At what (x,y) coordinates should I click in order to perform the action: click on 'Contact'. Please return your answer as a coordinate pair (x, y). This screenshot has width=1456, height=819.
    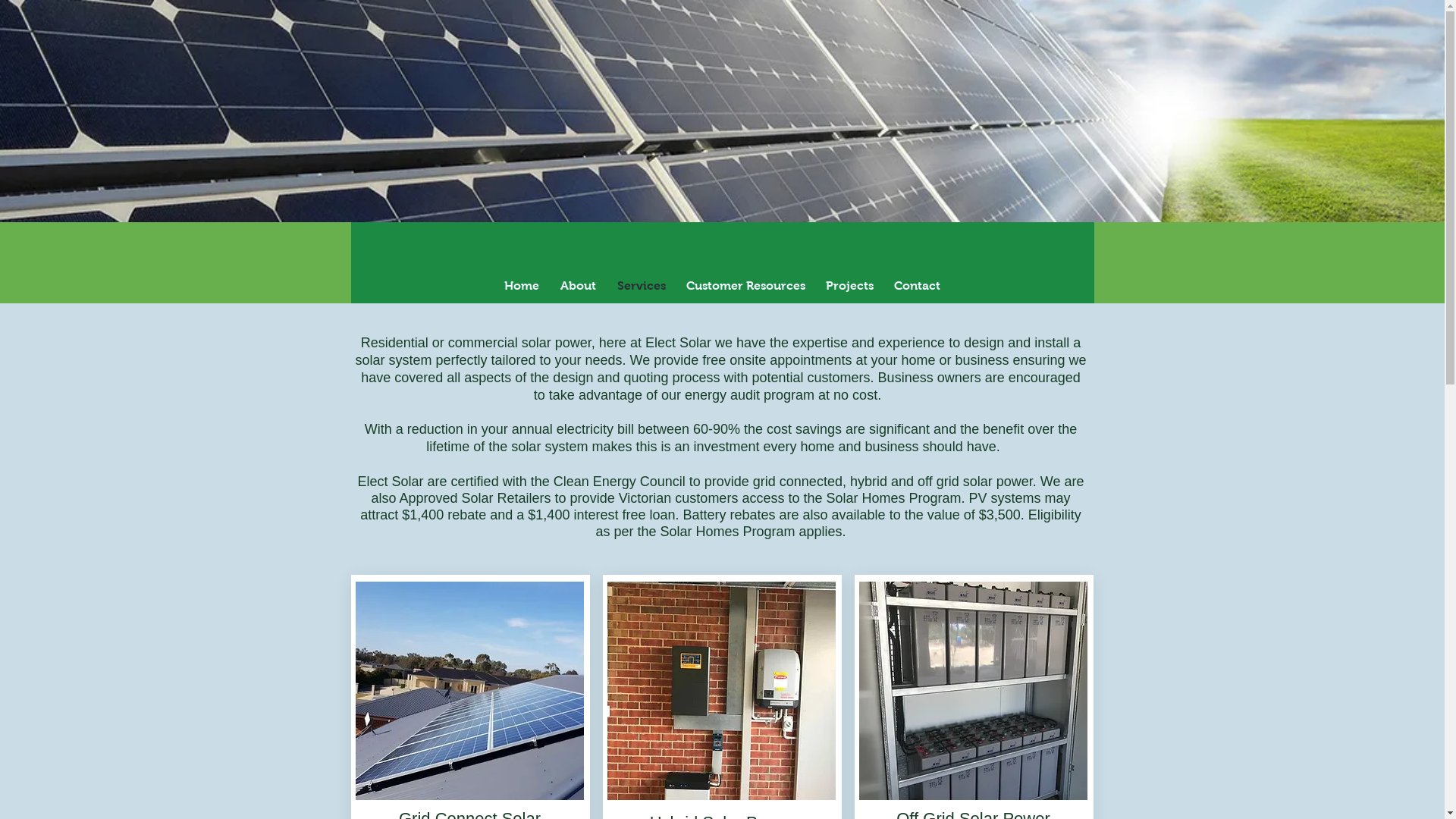
    Looking at the image, I should click on (884, 285).